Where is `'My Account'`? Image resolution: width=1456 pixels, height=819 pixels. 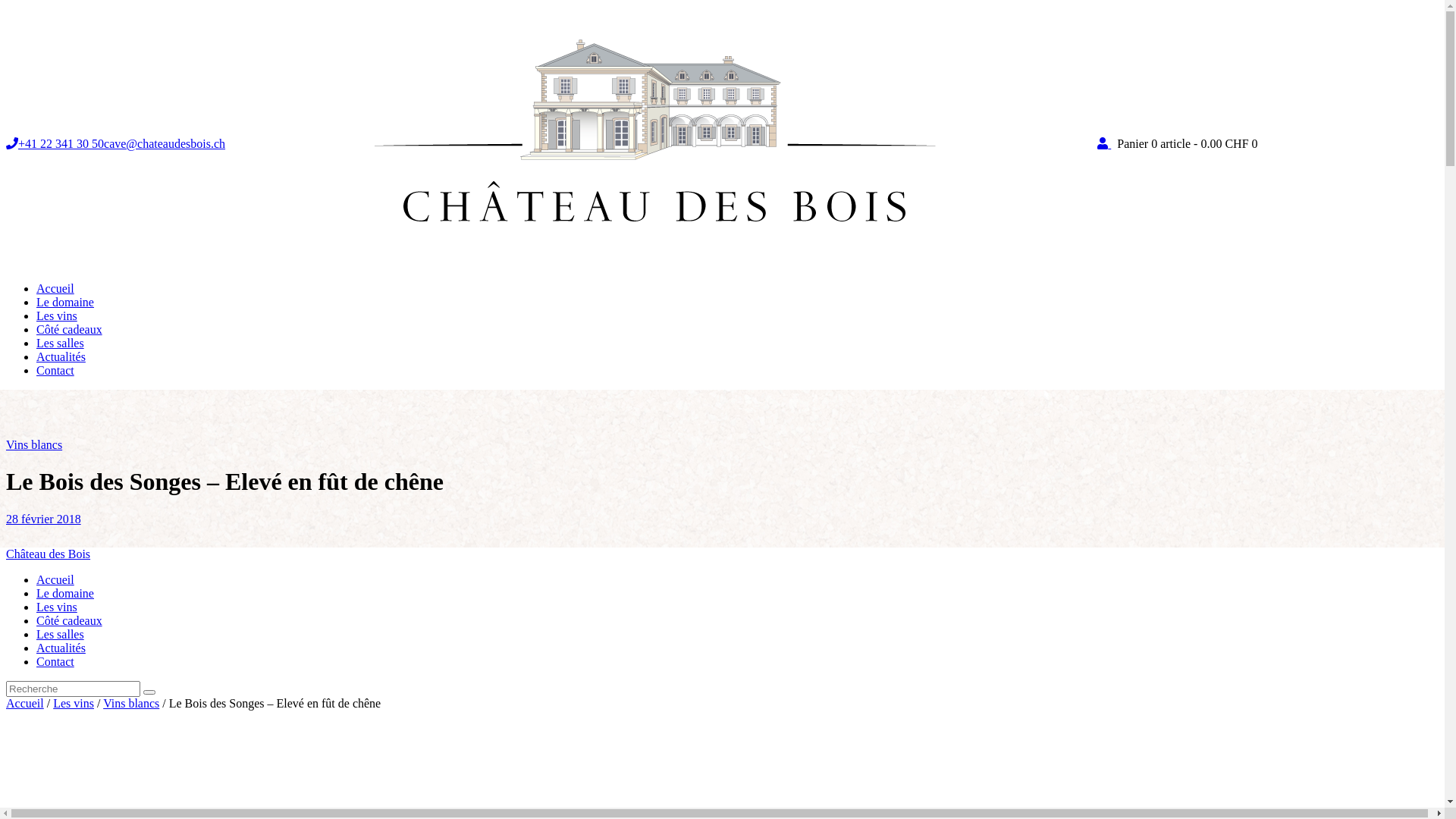 'My Account' is located at coordinates (1103, 143).